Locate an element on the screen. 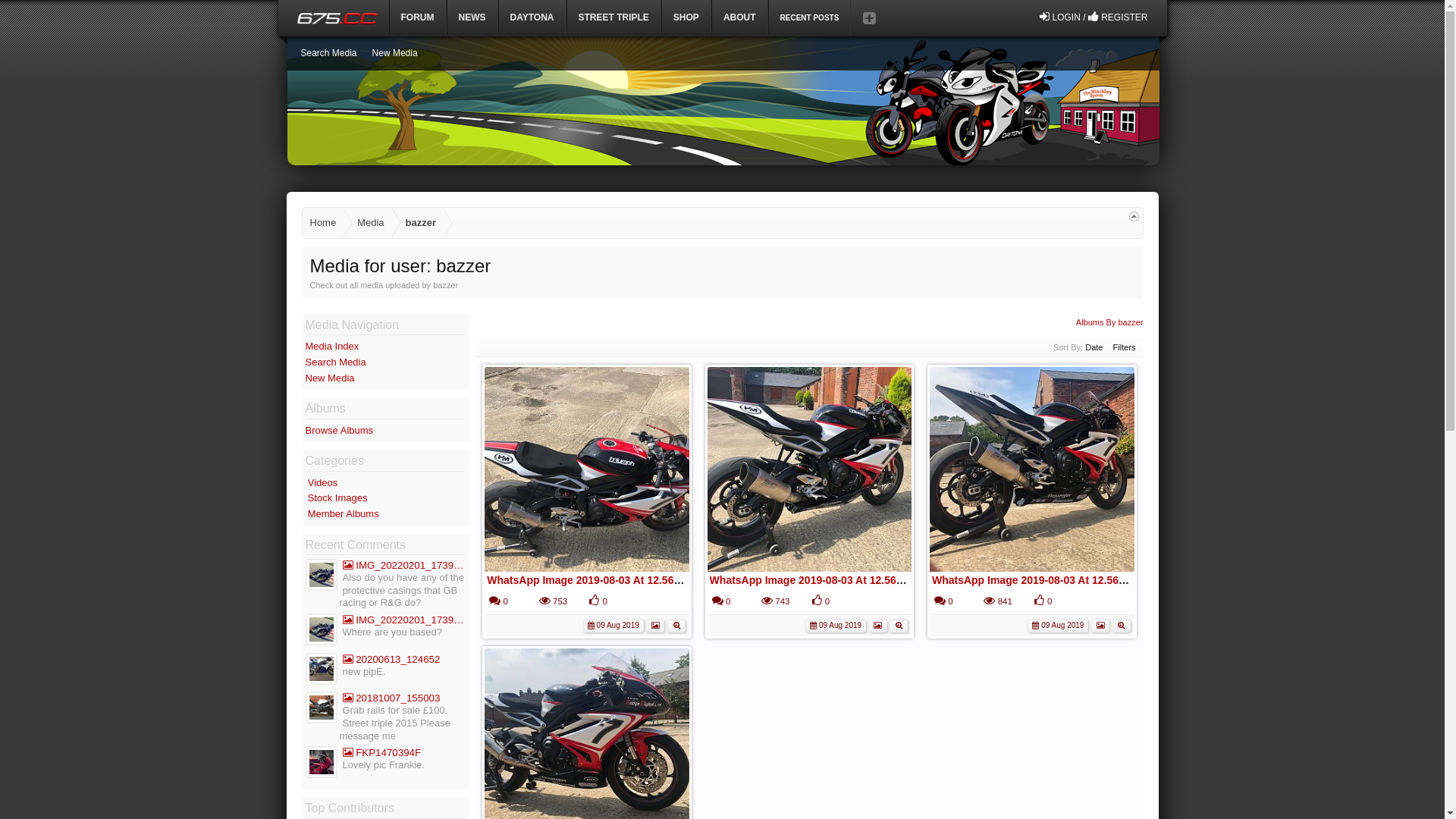 This screenshot has width=1456, height=819. 'Comments' is located at coordinates (494, 599).